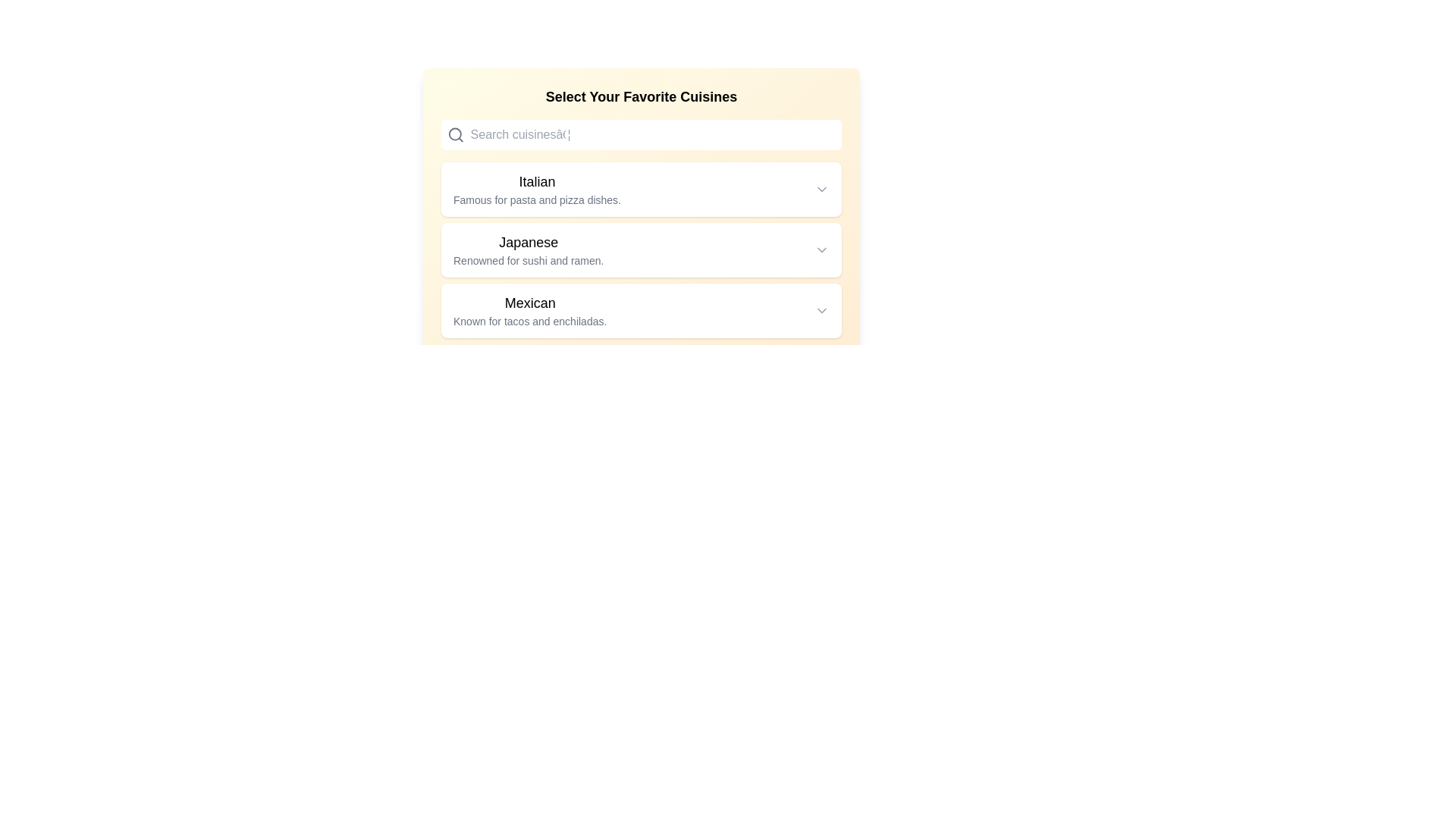 The image size is (1456, 819). What do you see at coordinates (821, 189) in the screenshot?
I see `the downward-pointing chevron icon that indicates a dropdown menu next to the 'Italian' option` at bounding box center [821, 189].